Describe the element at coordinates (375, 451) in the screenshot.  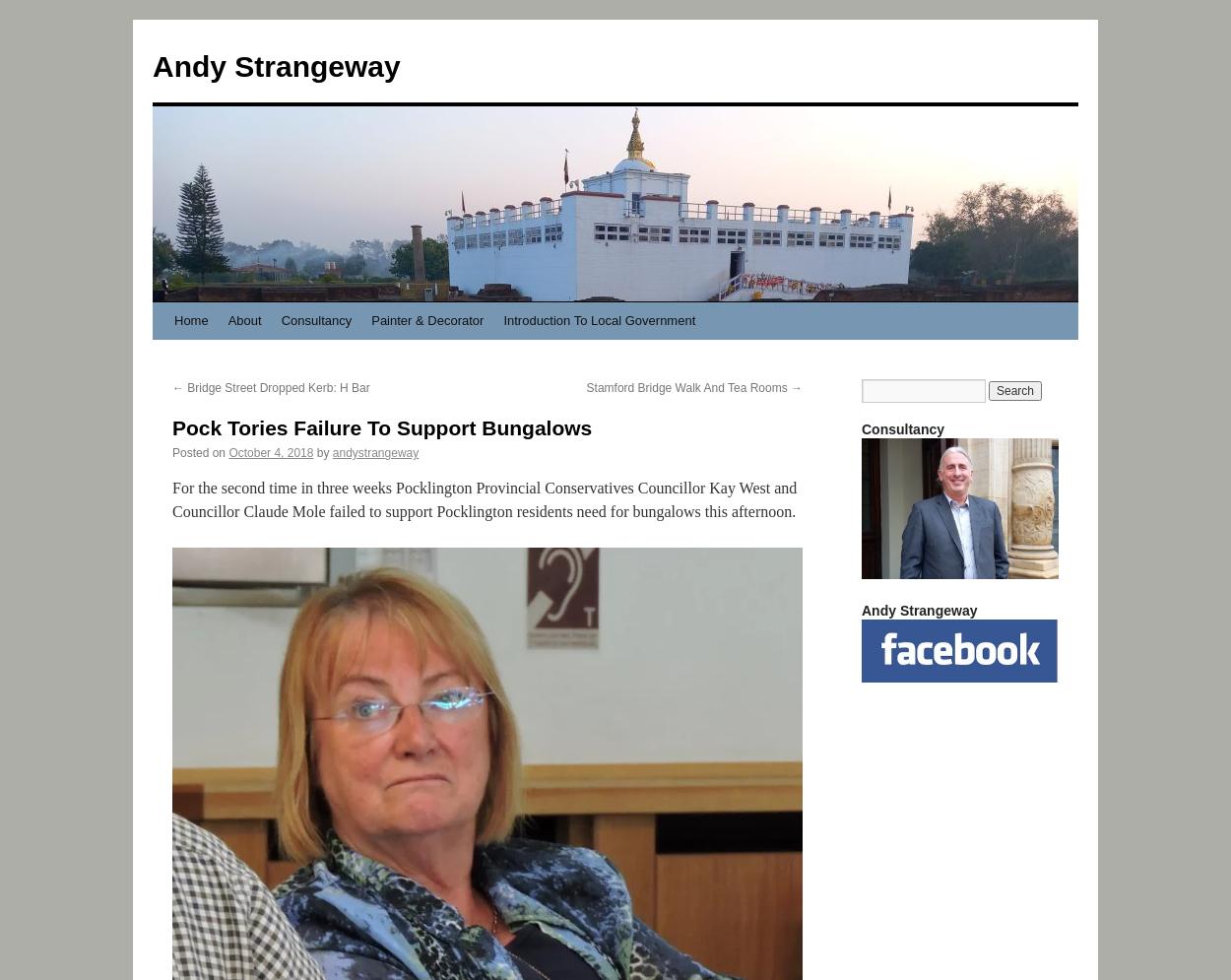
I see `'andystrangeway'` at that location.